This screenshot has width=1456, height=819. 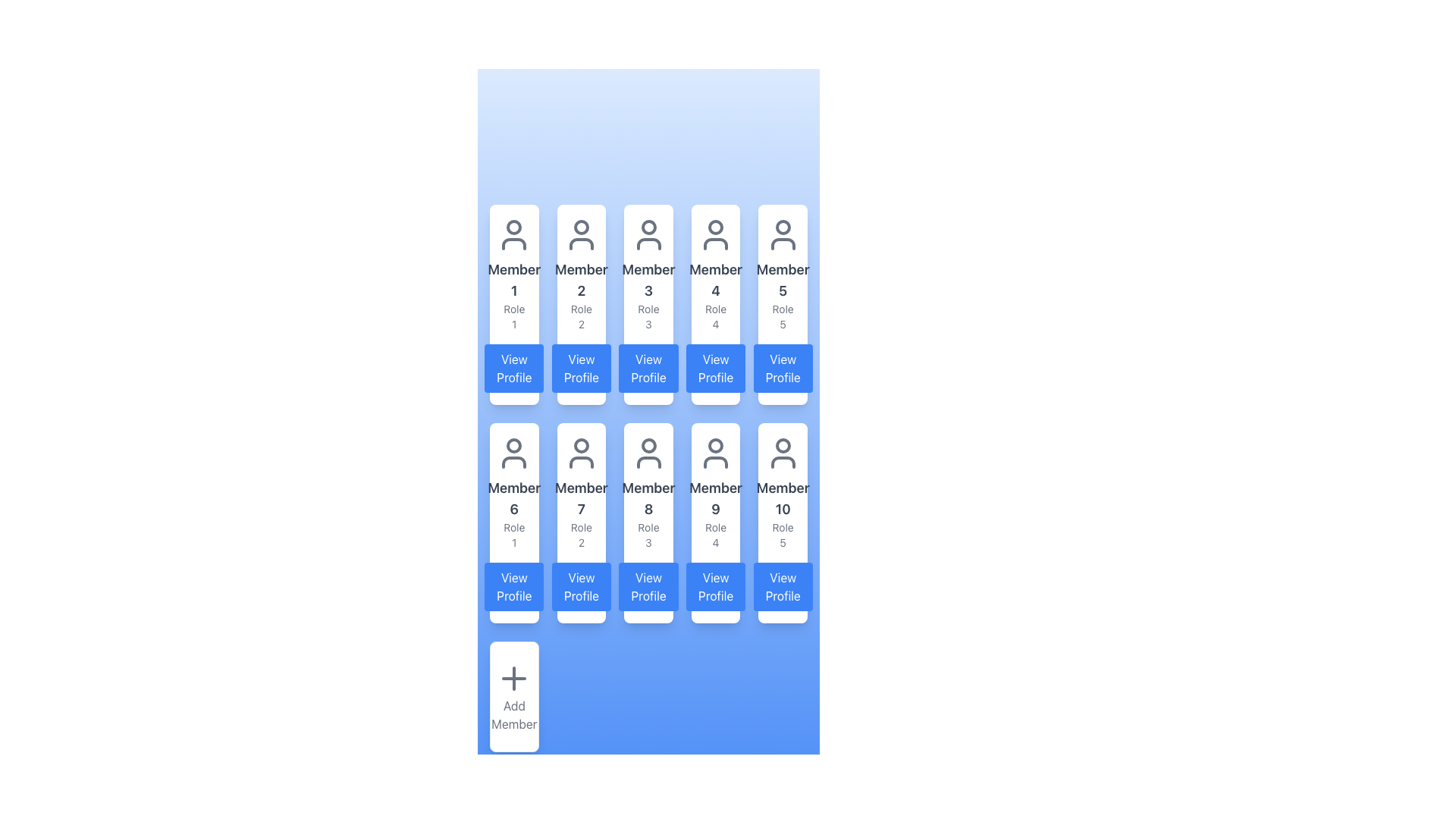 I want to click on the static text label displaying 'Member 10' in bold gray font, located within the user profile card for 'Member 10', situated in the second row and fifth column of the layout, so click(x=783, y=499).